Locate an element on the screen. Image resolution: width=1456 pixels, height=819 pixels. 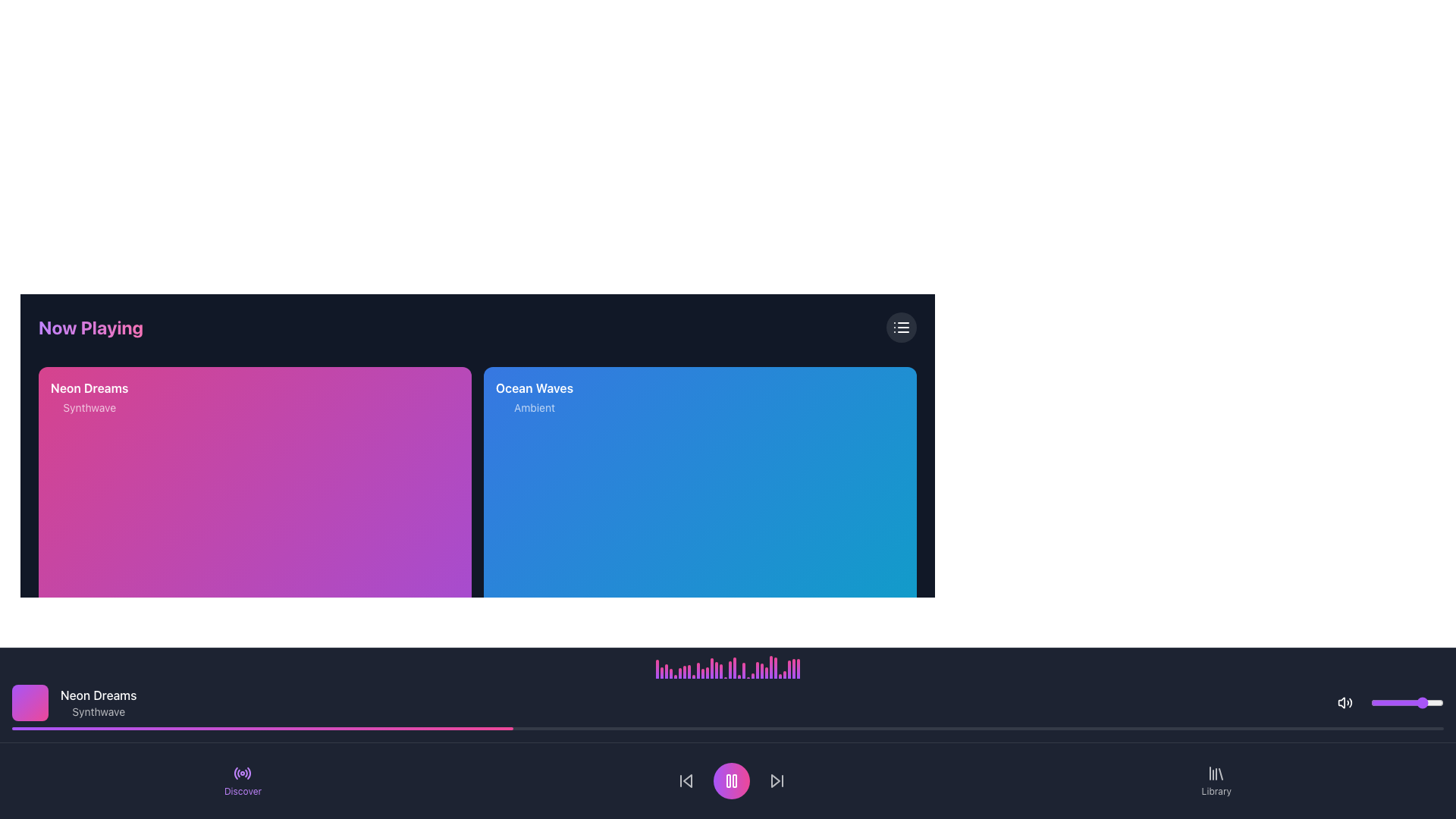
the speaker icon with sound waves to change the sound state, located at the leftmost position of the sound control cluster in the control bar at the bottom of the interface is located at coordinates (1345, 702).